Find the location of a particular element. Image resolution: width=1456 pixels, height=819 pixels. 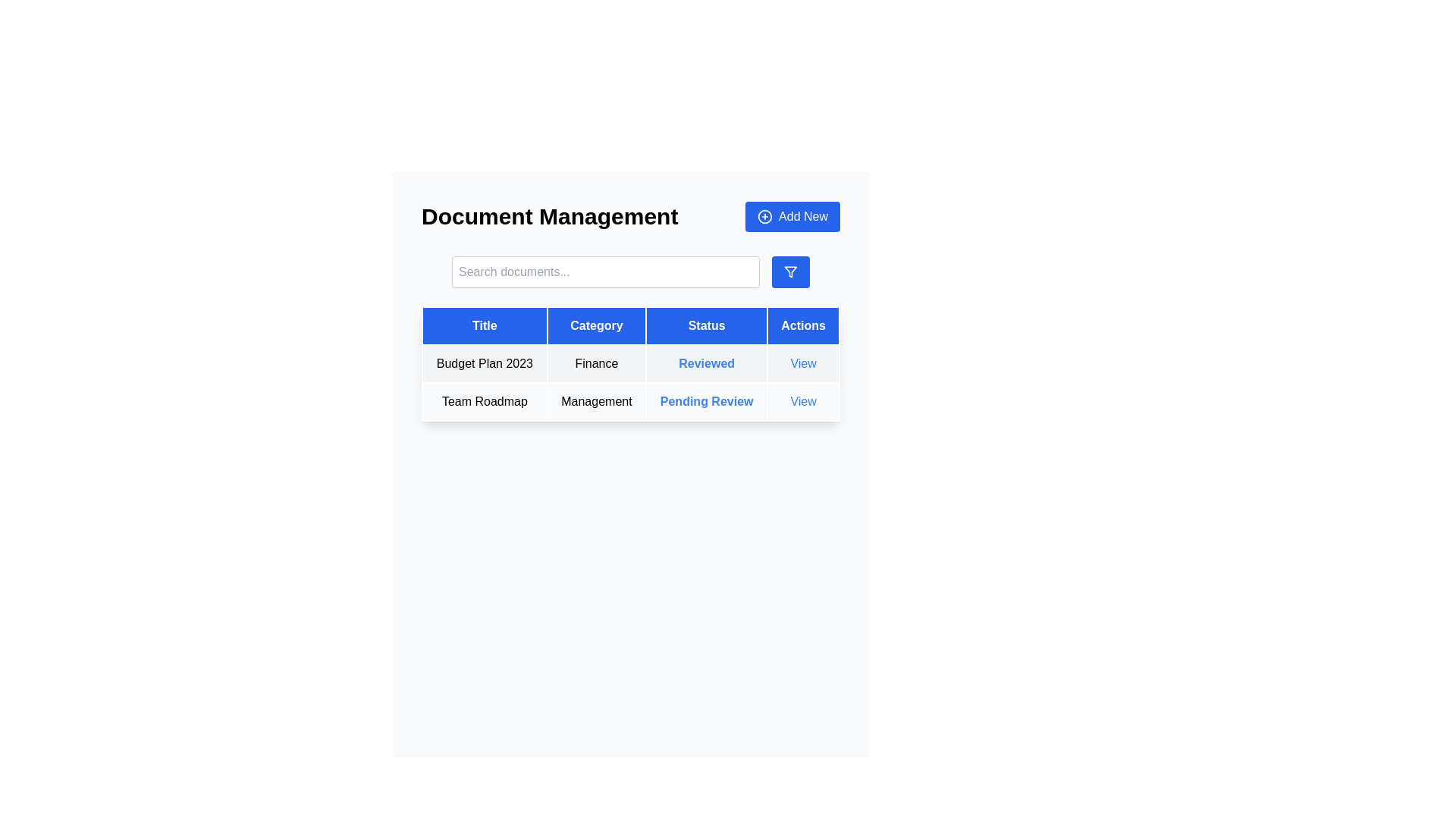

the filter icon is located at coordinates (789, 271).